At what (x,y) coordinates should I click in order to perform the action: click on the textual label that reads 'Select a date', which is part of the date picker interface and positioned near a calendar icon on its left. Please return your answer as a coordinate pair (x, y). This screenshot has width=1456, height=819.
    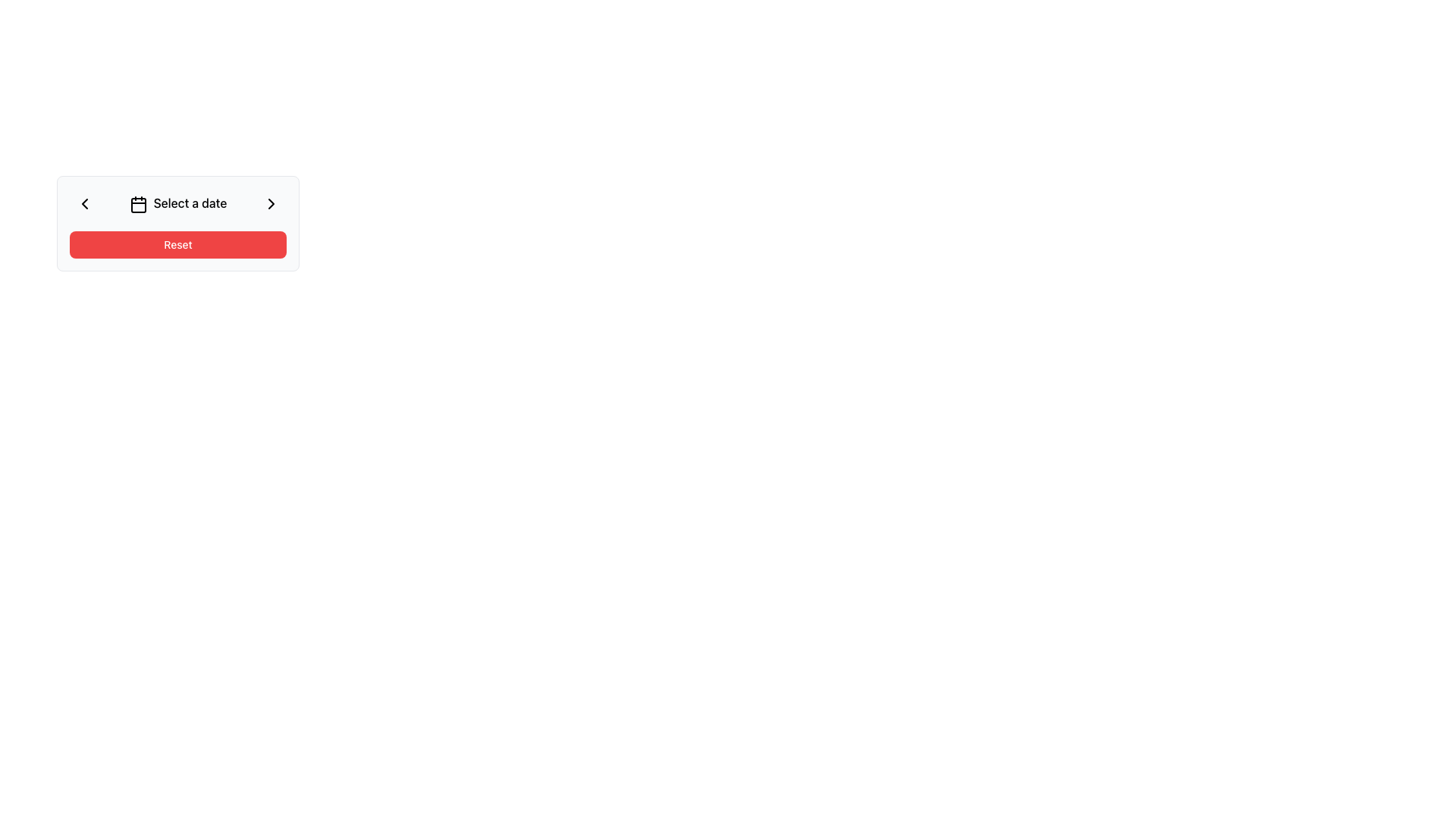
    Looking at the image, I should click on (189, 202).